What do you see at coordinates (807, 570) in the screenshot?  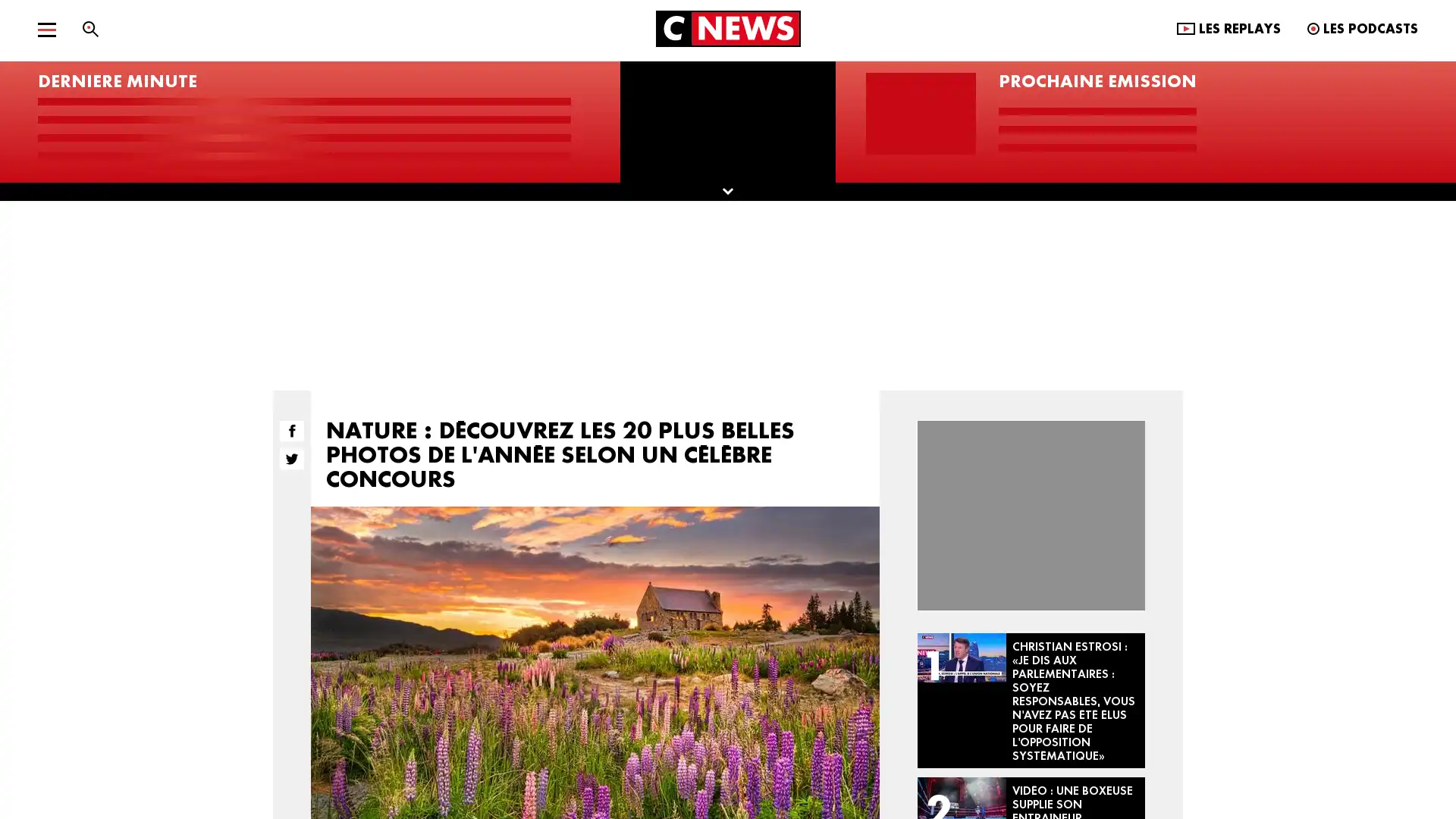 I see `Accepter notre traitement des donnees et fermer` at bounding box center [807, 570].